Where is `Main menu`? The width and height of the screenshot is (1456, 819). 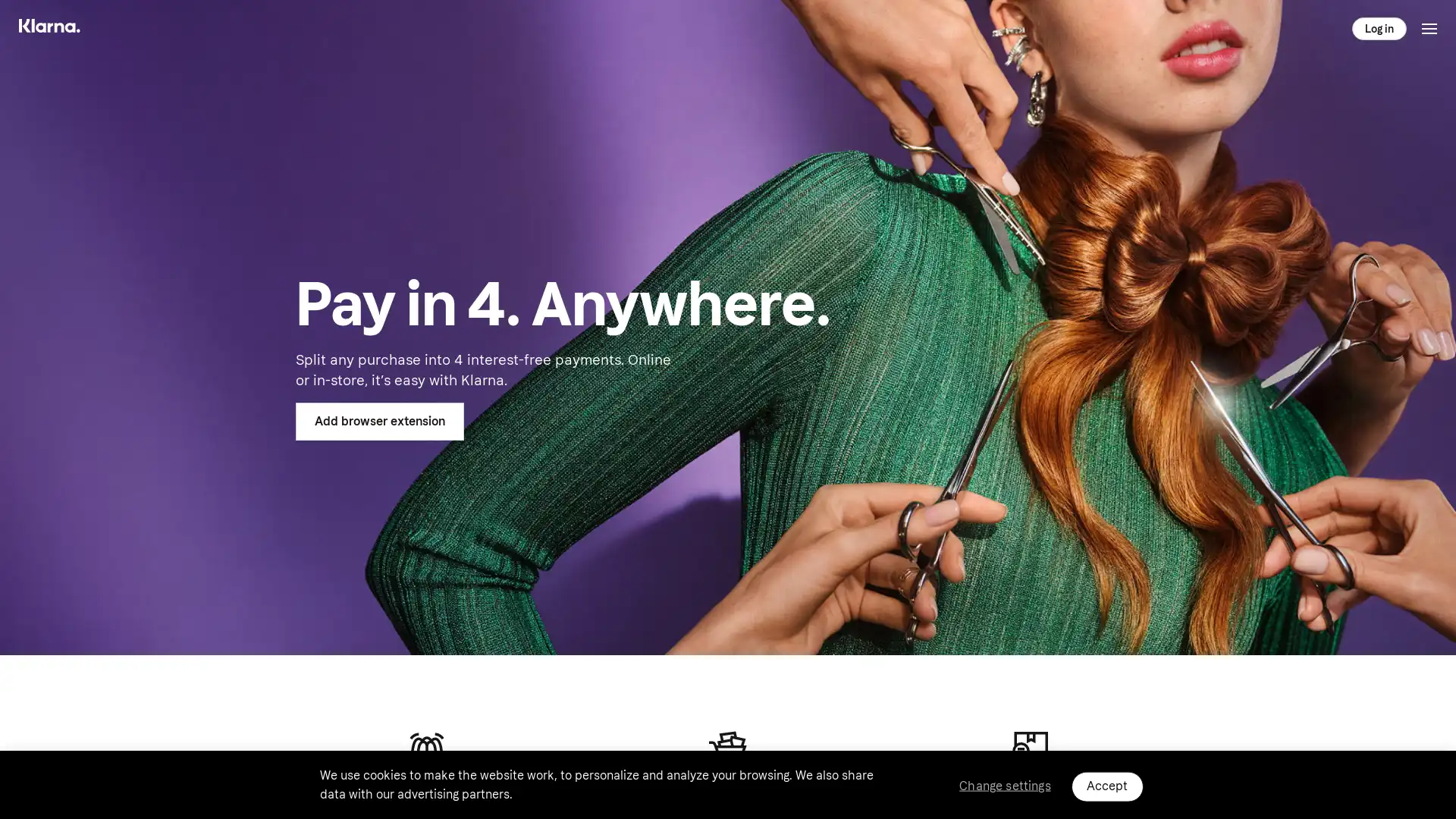
Main menu is located at coordinates (61, 28).